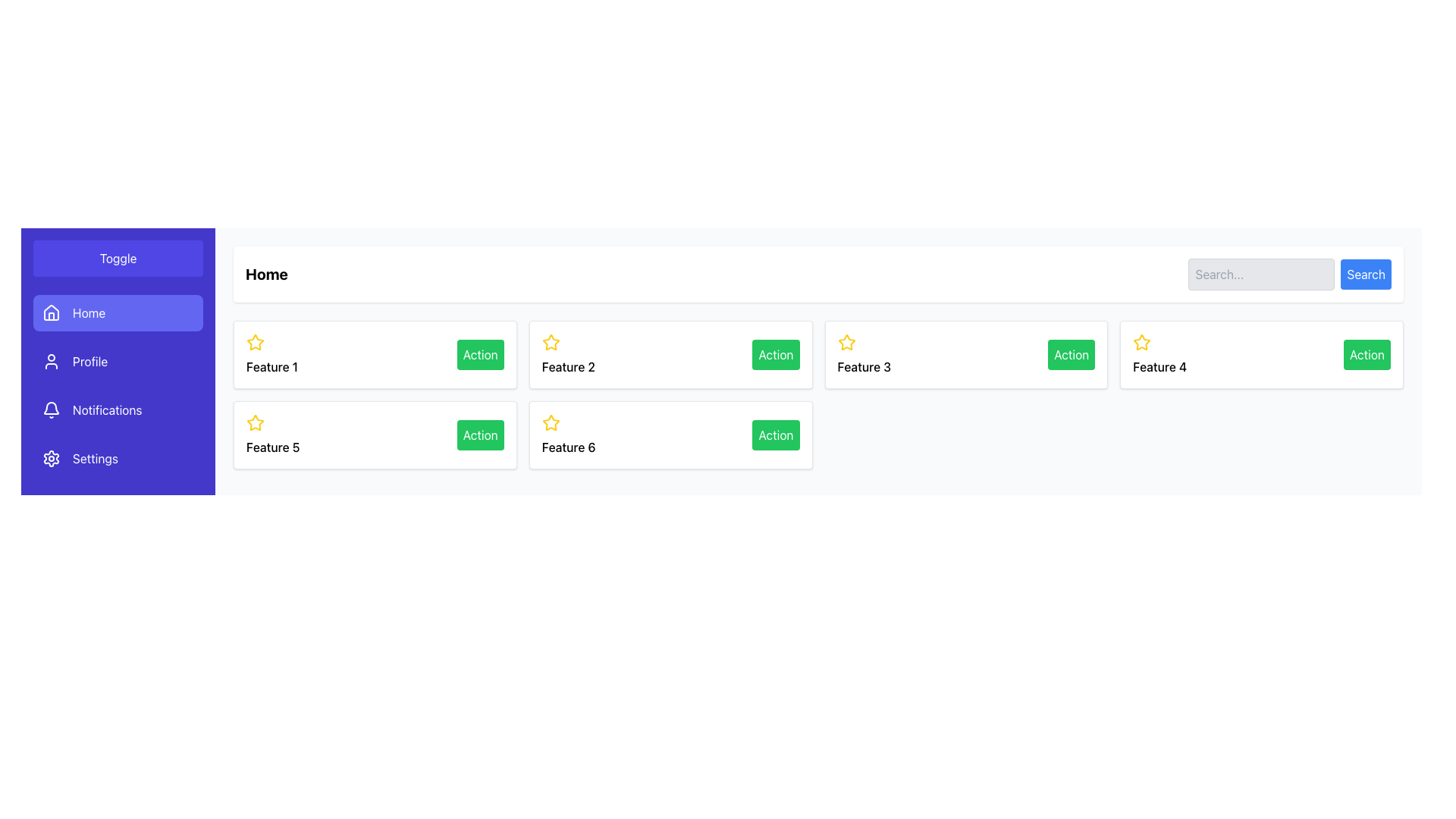 This screenshot has height=819, width=1456. I want to click on the 'Settings' button, which is the fourth button in the vertical menu on the left side of the interface, positioned below 'Notifications', so click(118, 458).